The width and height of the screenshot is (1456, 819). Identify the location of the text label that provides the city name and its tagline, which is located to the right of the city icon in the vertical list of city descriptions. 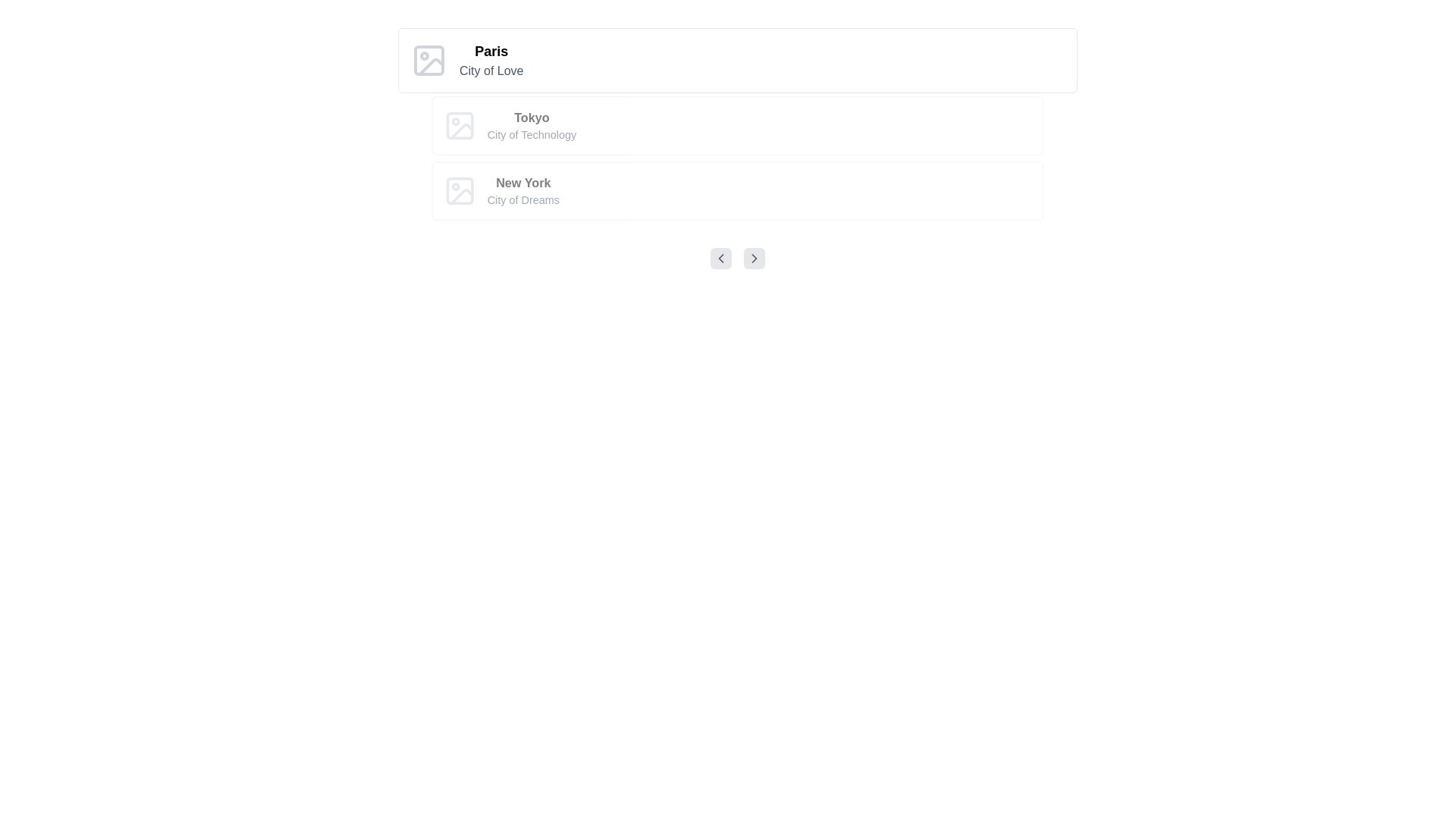
(491, 60).